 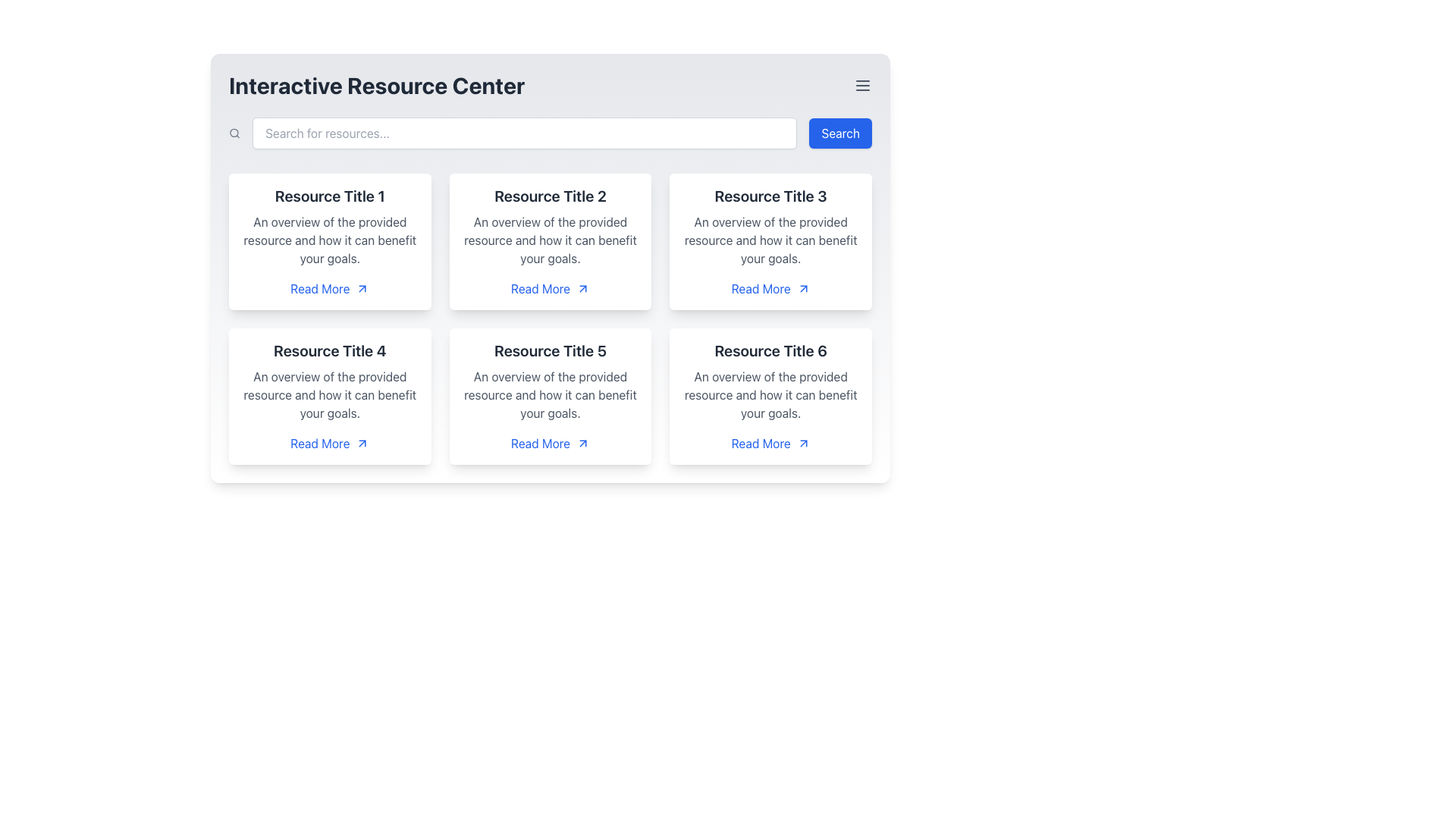 What do you see at coordinates (802, 444) in the screenshot?
I see `the upward-right oriented blue stroke arrow icon at the end of the 'Read More' hyperlink in the sixth resource card's second row` at bounding box center [802, 444].